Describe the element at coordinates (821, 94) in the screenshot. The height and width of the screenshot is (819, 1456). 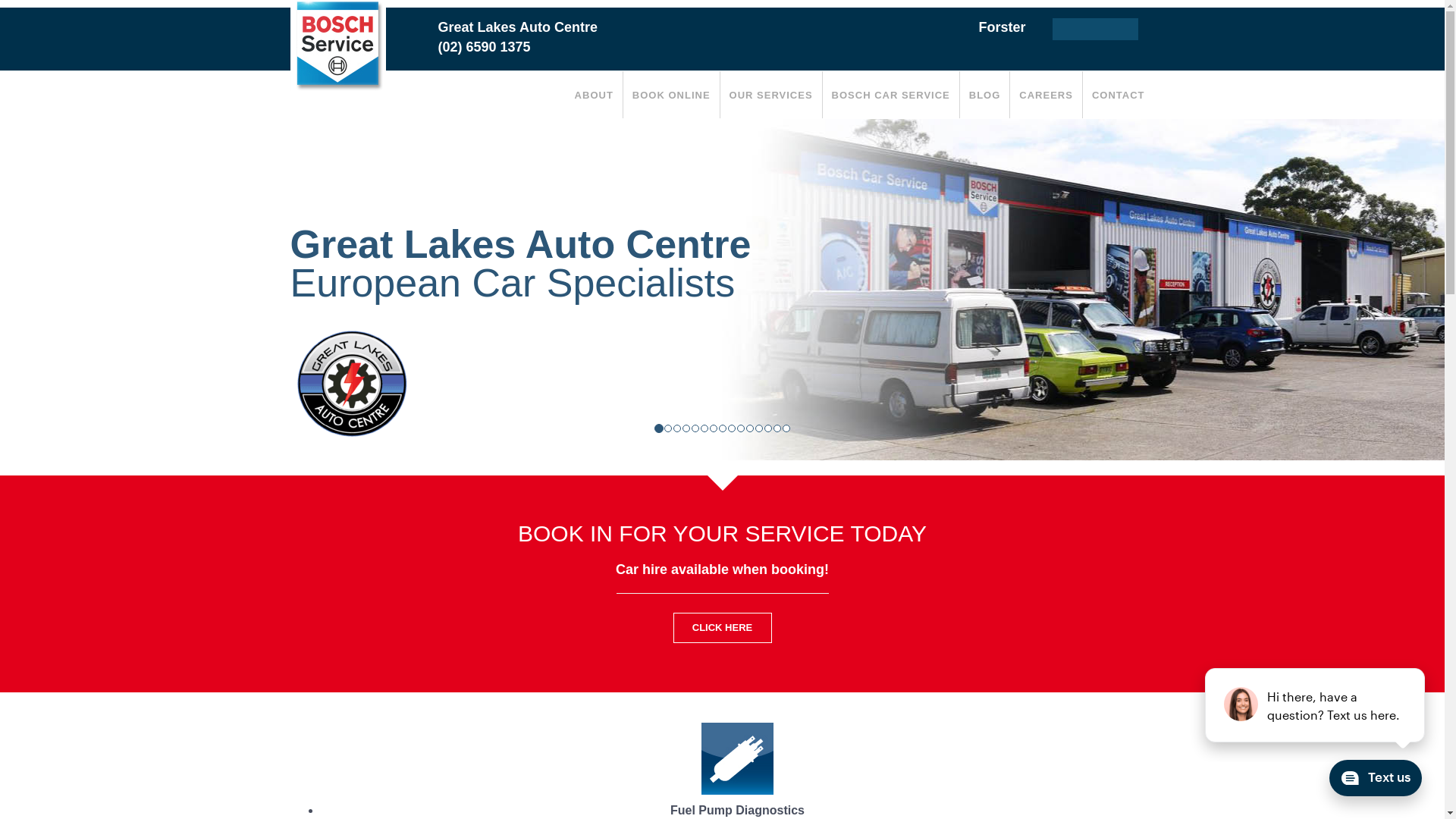
I see `'BOSCH CAR SERVICE'` at that location.